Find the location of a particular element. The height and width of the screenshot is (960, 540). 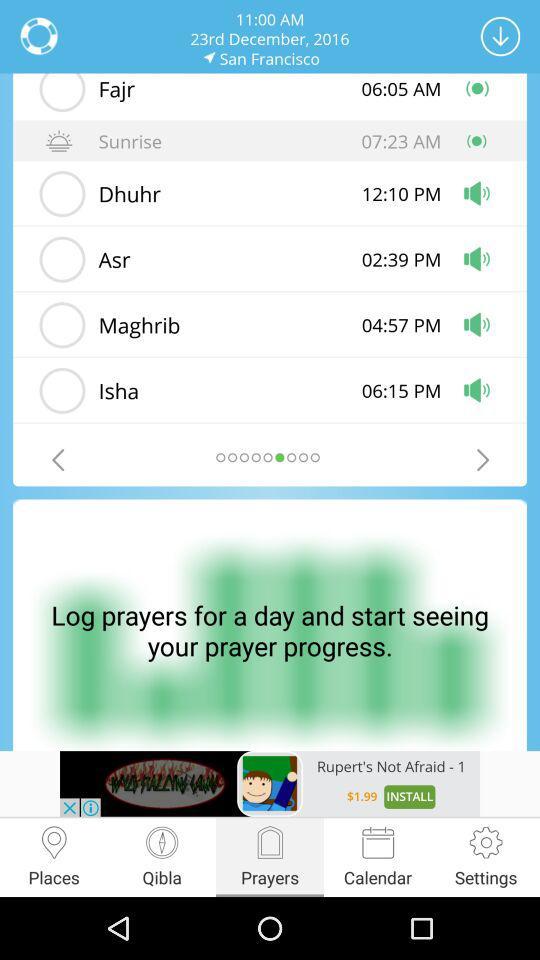

the arrow_forward icon is located at coordinates (479, 459).